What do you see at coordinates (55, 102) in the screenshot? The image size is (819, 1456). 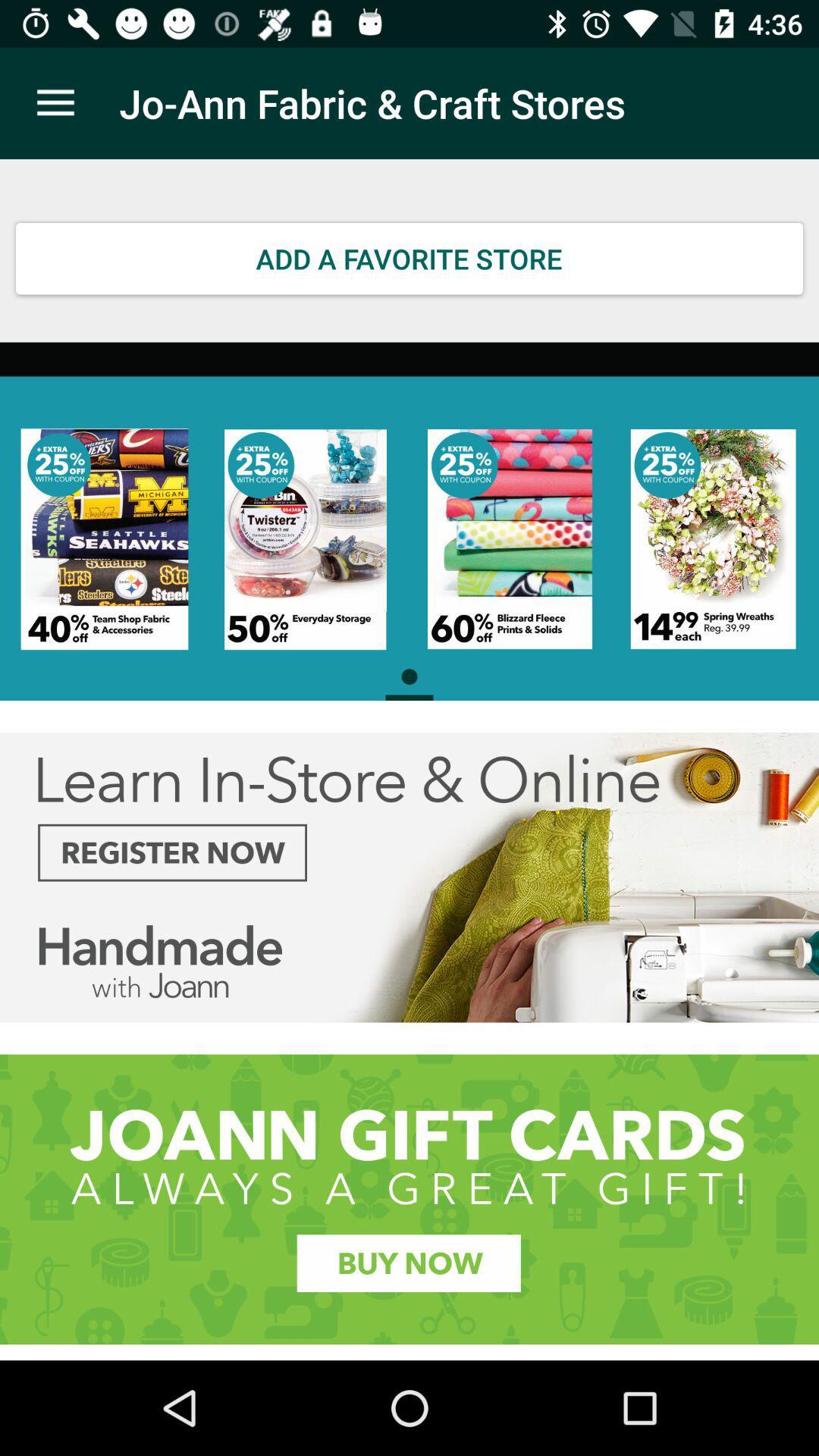 I see `icon to the left of jo ann fabric app` at bounding box center [55, 102].